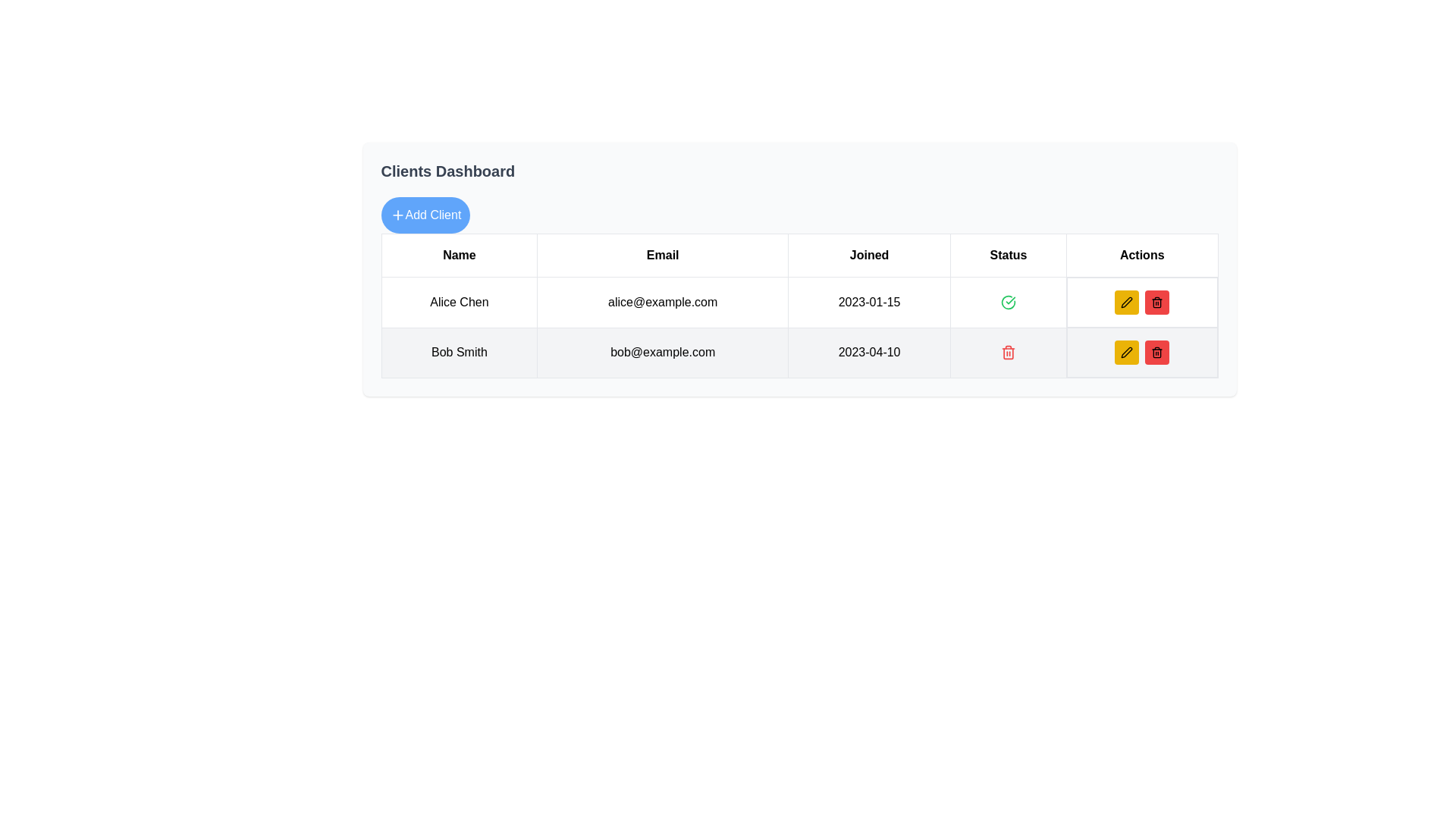 The width and height of the screenshot is (1456, 819). I want to click on the delete button in the Actions column of the second row of the table, so click(1156, 353).